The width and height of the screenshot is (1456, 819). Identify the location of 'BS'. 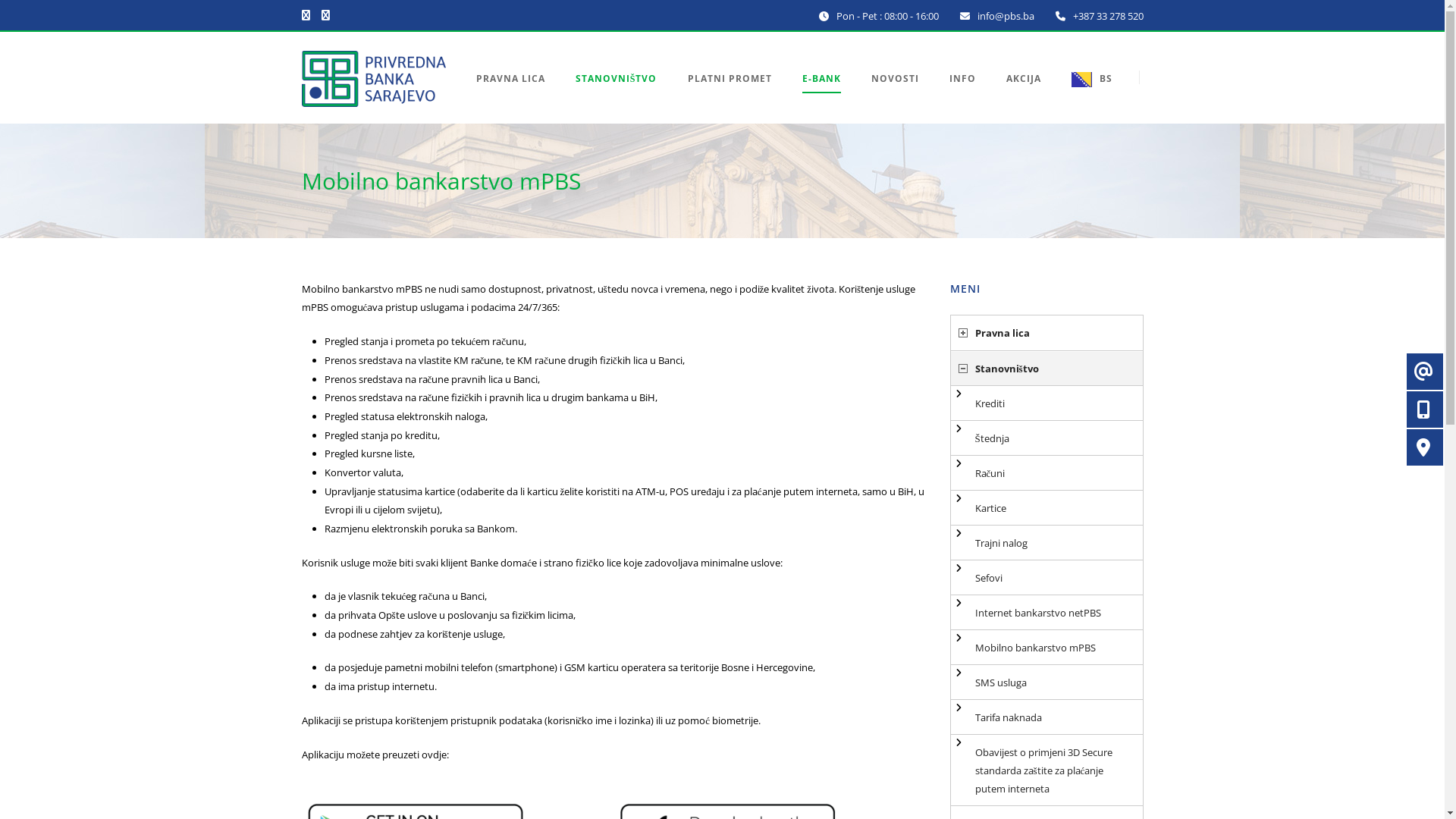
(1083, 96).